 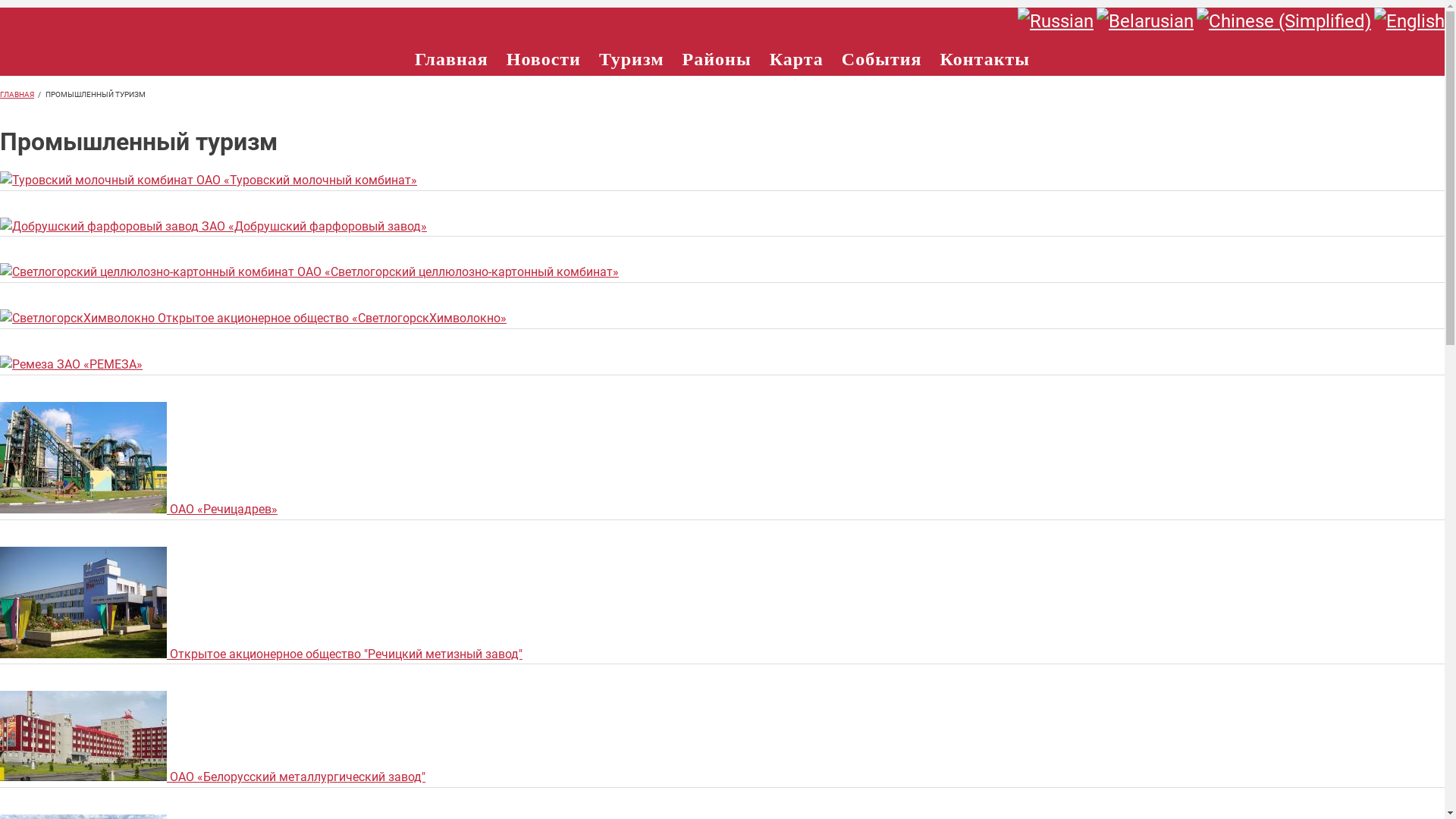 What do you see at coordinates (1196, 20) in the screenshot?
I see `'Chinese (Simplified)'` at bounding box center [1196, 20].